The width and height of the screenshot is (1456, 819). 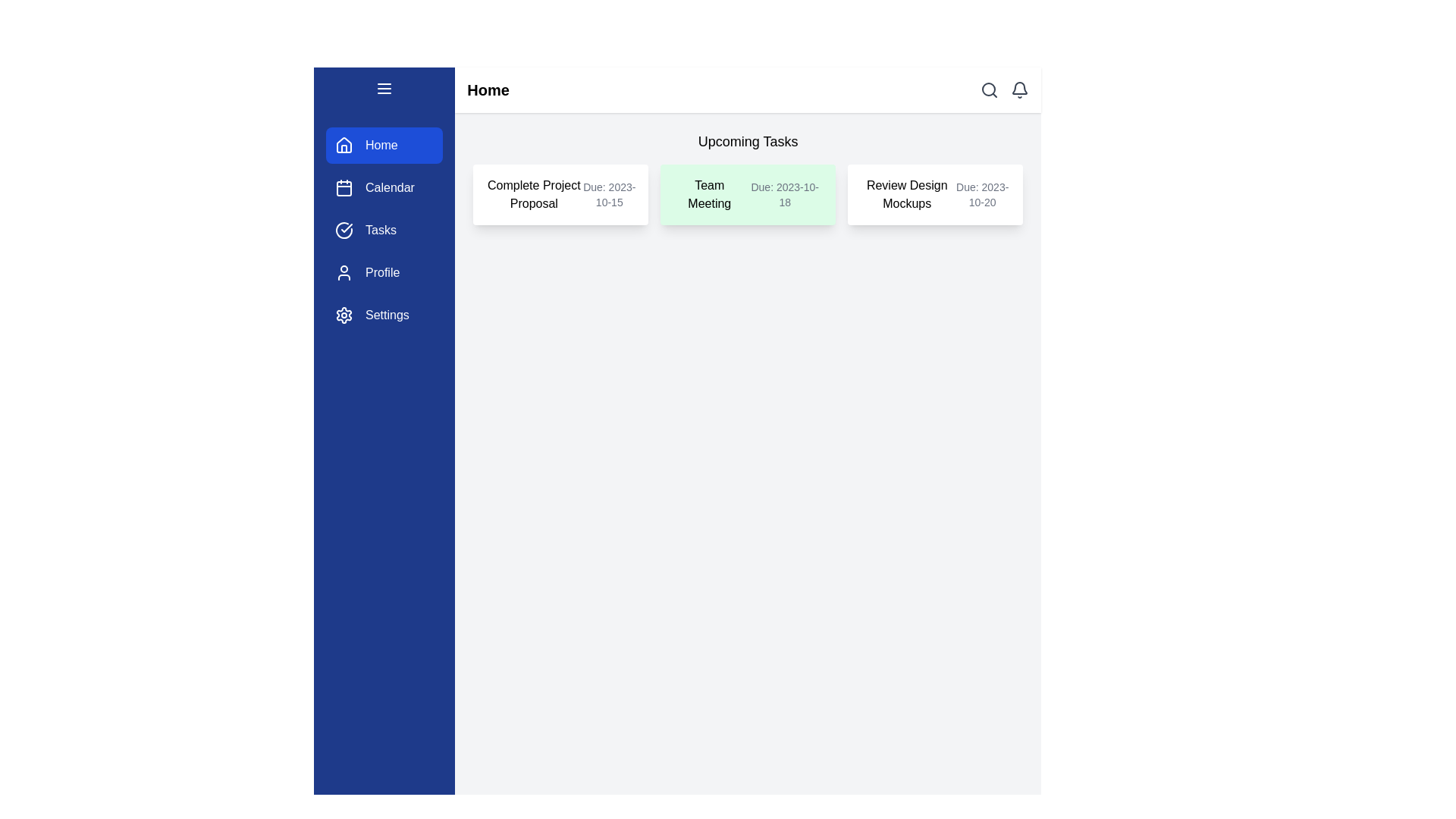 What do you see at coordinates (382, 271) in the screenshot?
I see `the 'Profile' text label, which is styled in white sans-serif text and located in the sidebar menu, positioned between the 'Tasks' and 'Settings' menu items` at bounding box center [382, 271].